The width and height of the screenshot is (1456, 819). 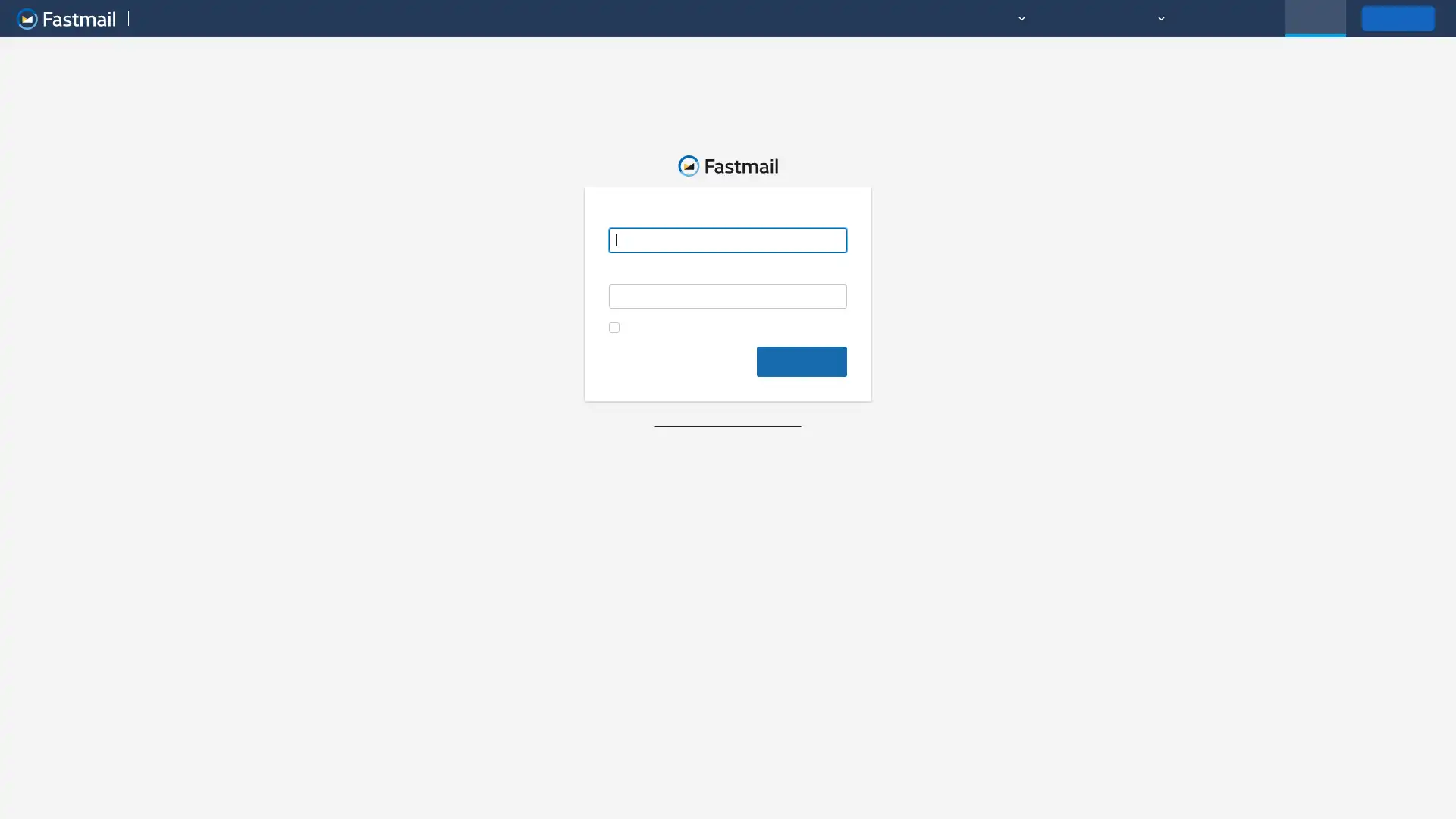 I want to click on Log in, so click(x=806, y=362).